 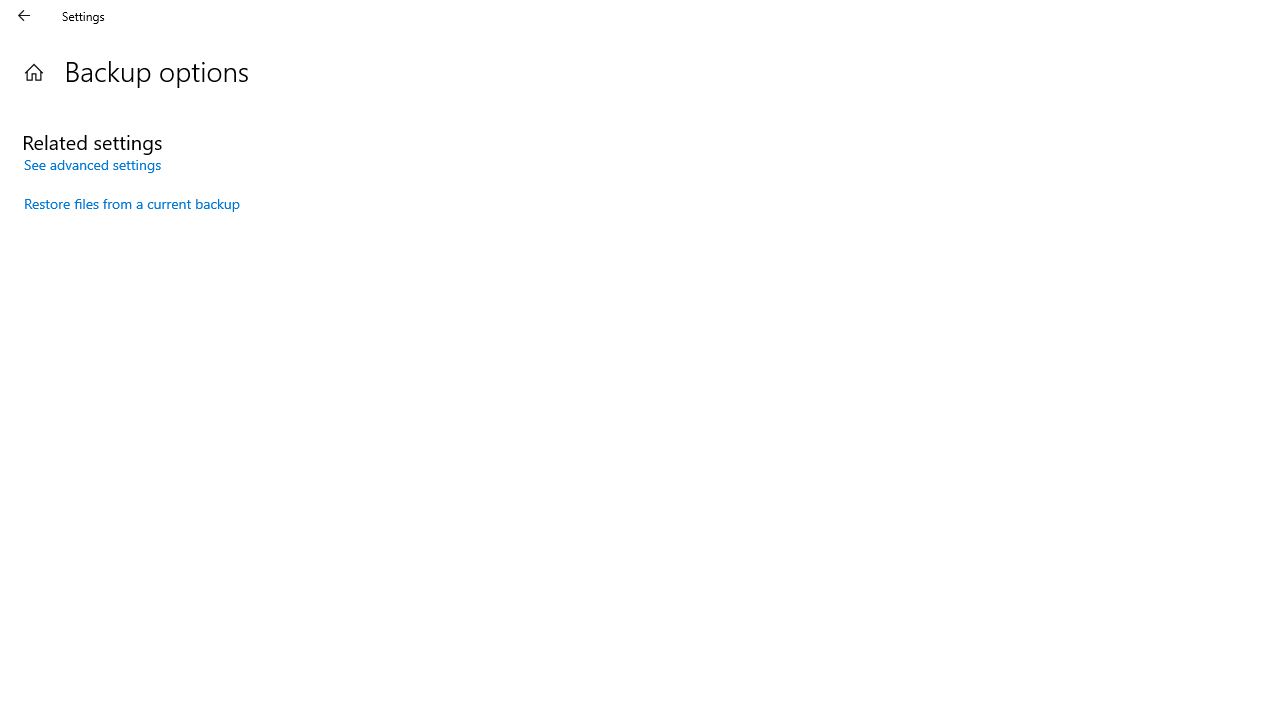 I want to click on 'Home', so click(x=33, y=71).